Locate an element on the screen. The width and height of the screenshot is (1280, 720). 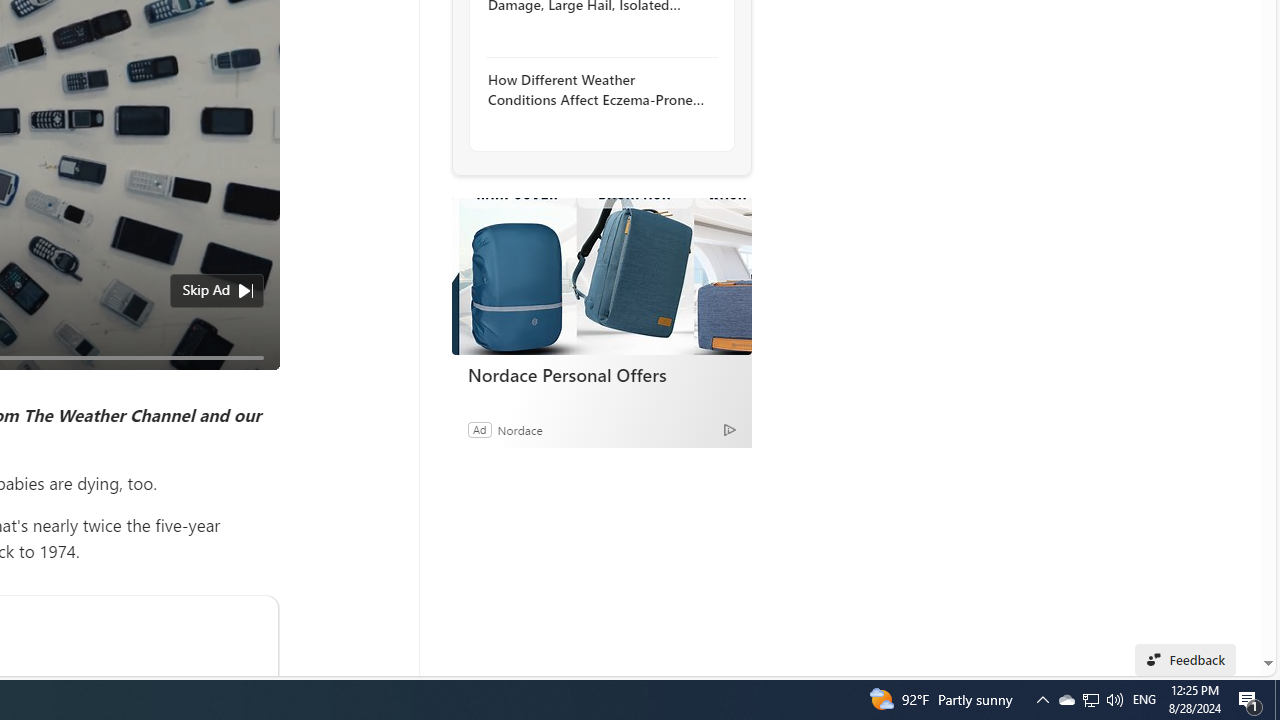
'Ad Choice' is located at coordinates (728, 428).